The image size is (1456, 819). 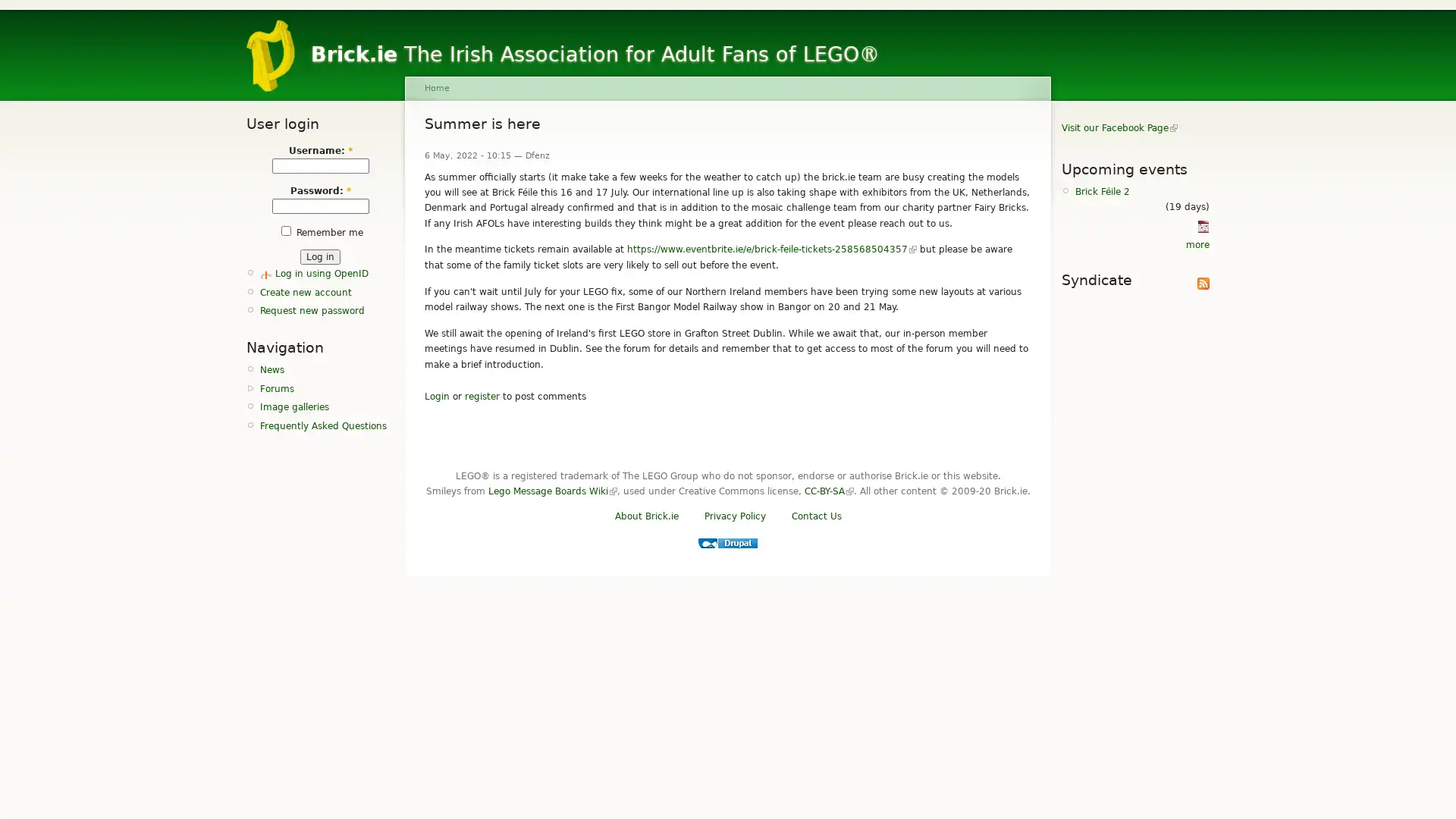 I want to click on Log in, so click(x=319, y=256).